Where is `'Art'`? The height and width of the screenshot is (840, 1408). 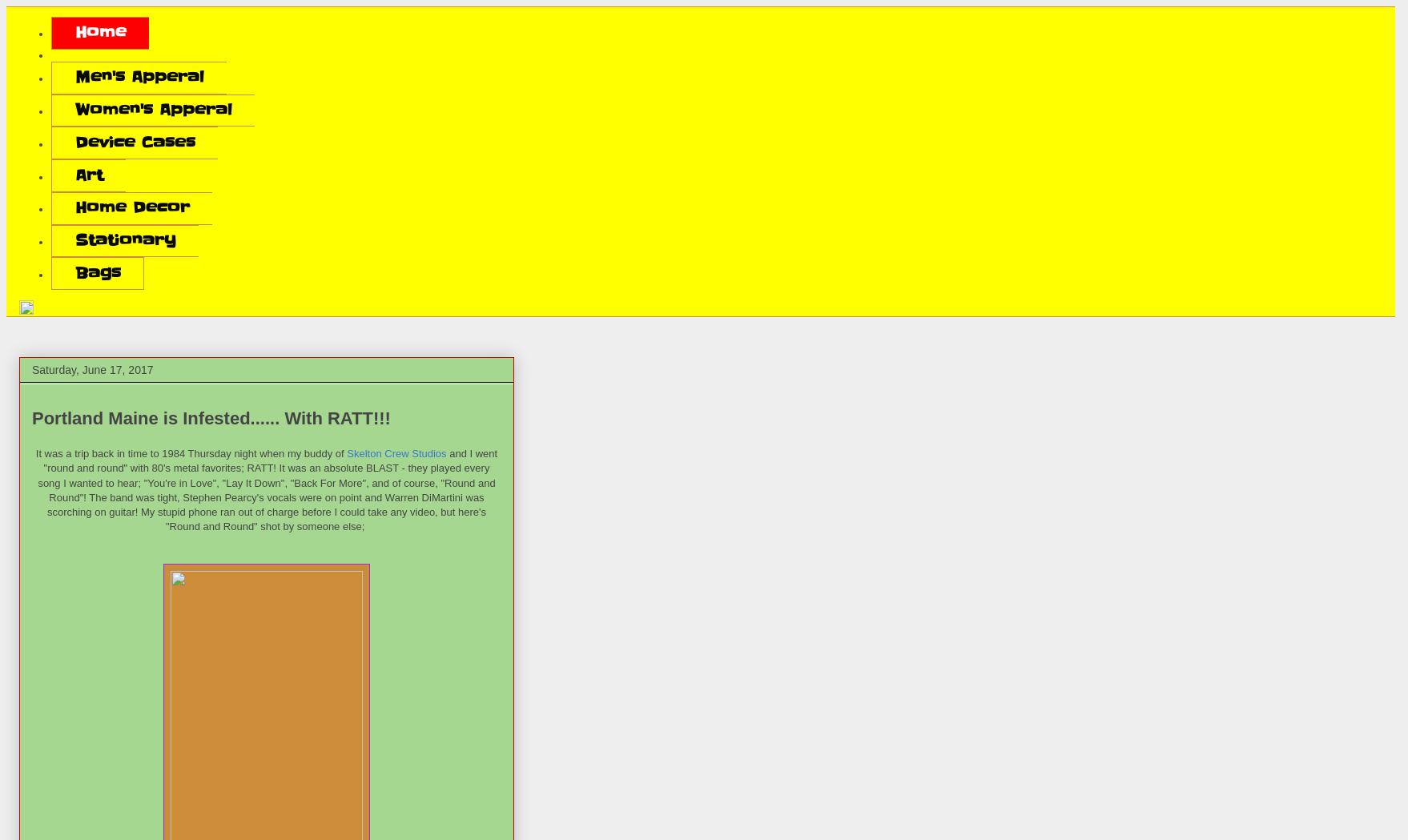
'Art' is located at coordinates (88, 175).